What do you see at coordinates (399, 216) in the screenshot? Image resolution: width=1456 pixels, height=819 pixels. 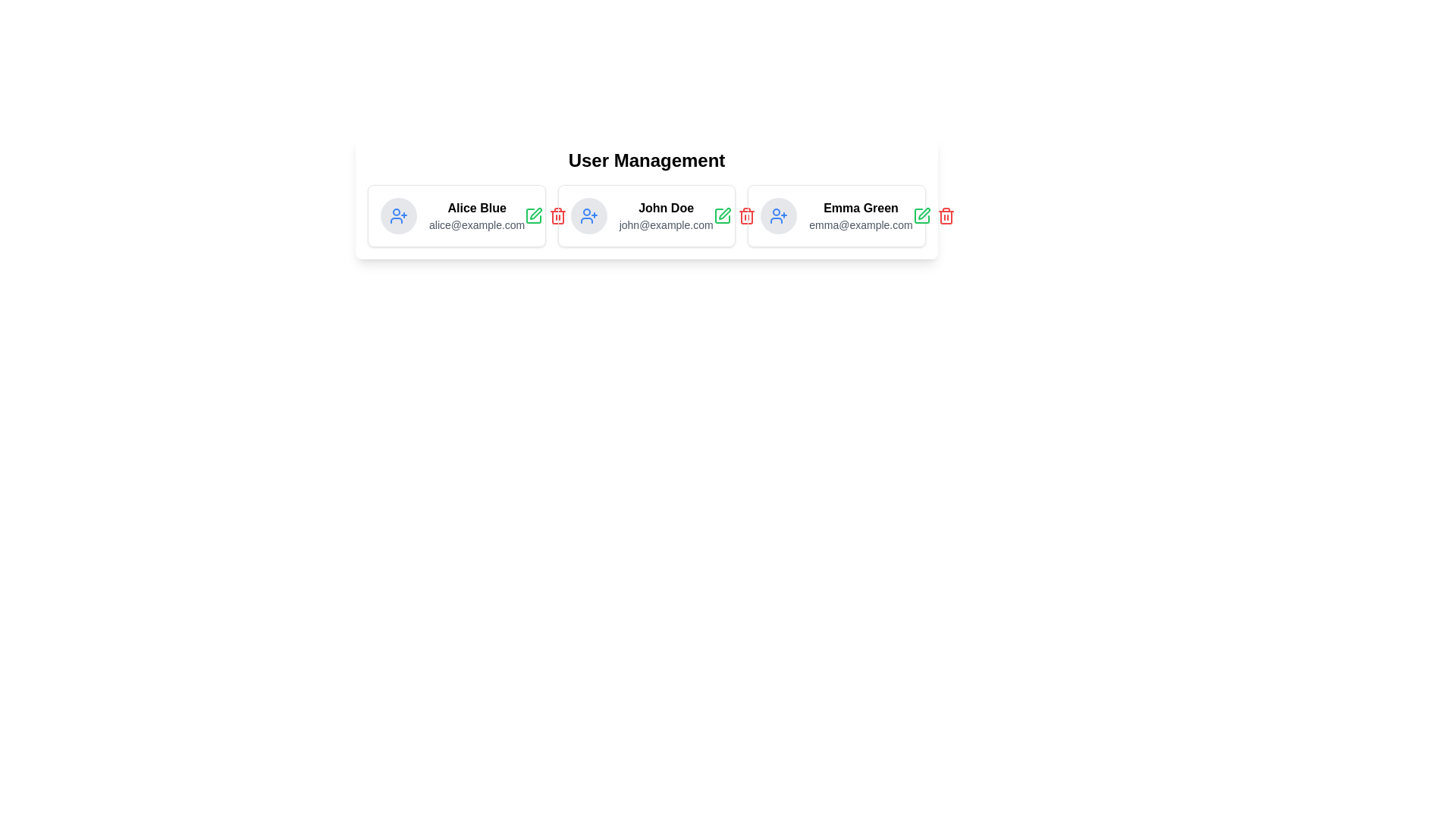 I see `the Icon Button located to the left of user 'Alice Blue' and her email 'alice@example.com', which serves as a representation for user addition functionality` at bounding box center [399, 216].